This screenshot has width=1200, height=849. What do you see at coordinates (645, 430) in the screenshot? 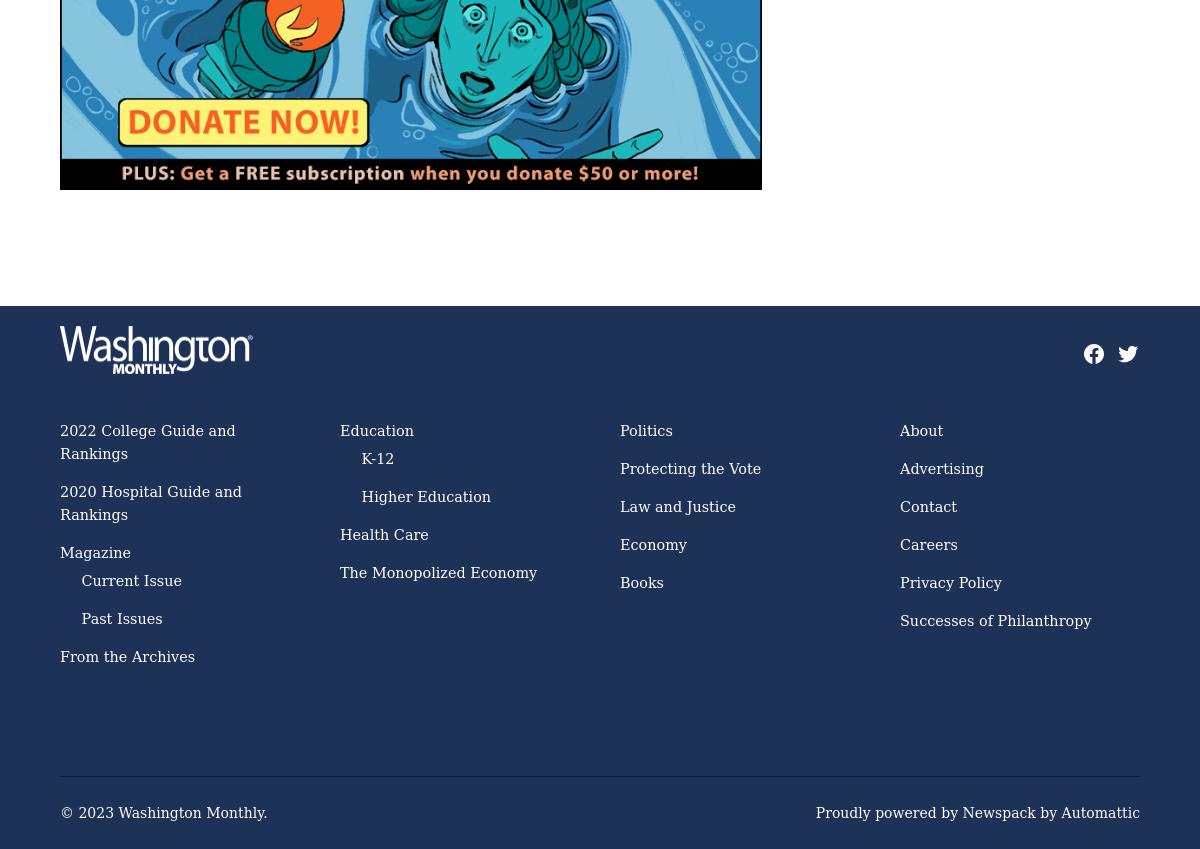
I see `'Politics'` at bounding box center [645, 430].